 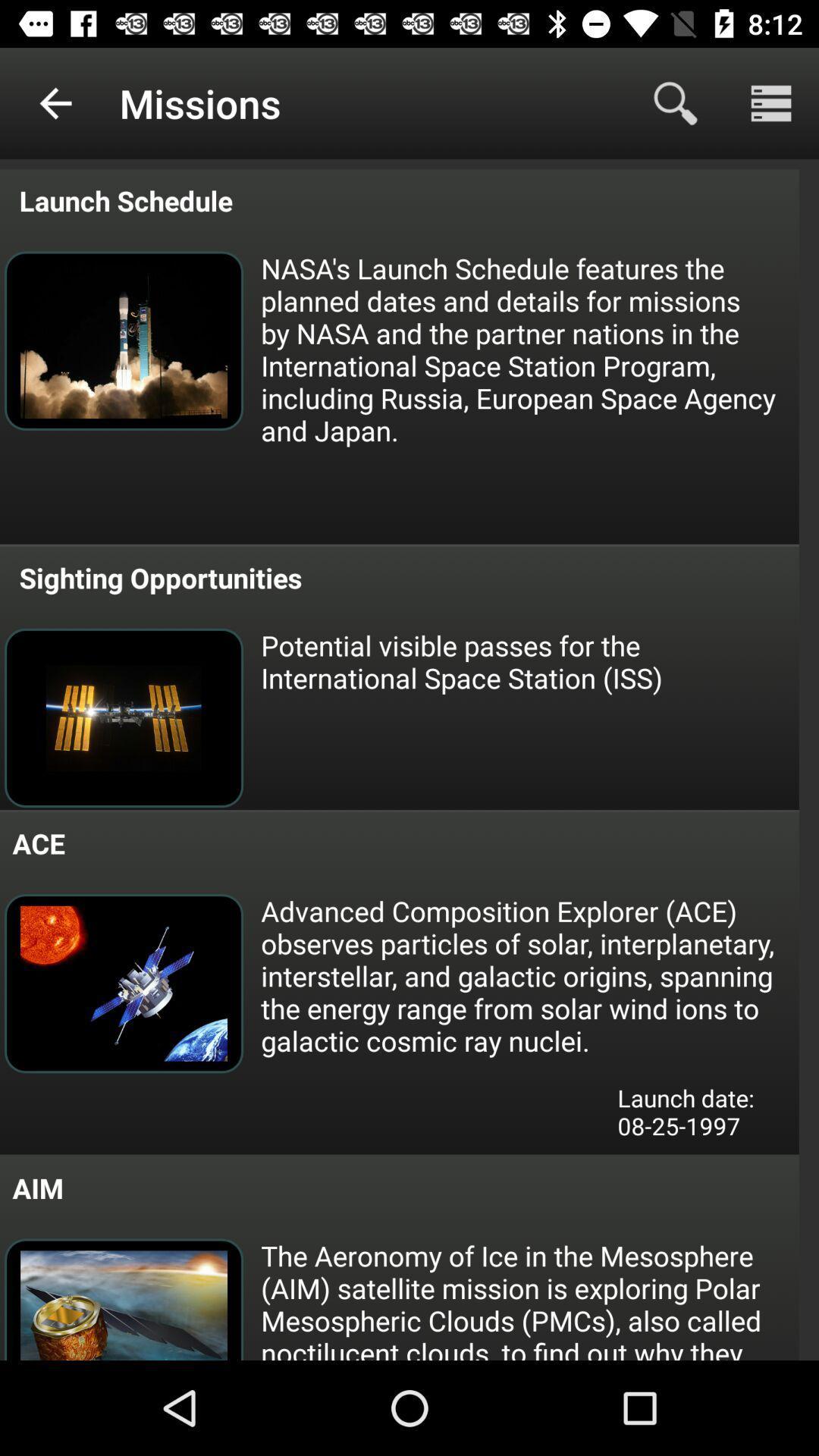 I want to click on the nasa s launch, so click(x=528, y=348).